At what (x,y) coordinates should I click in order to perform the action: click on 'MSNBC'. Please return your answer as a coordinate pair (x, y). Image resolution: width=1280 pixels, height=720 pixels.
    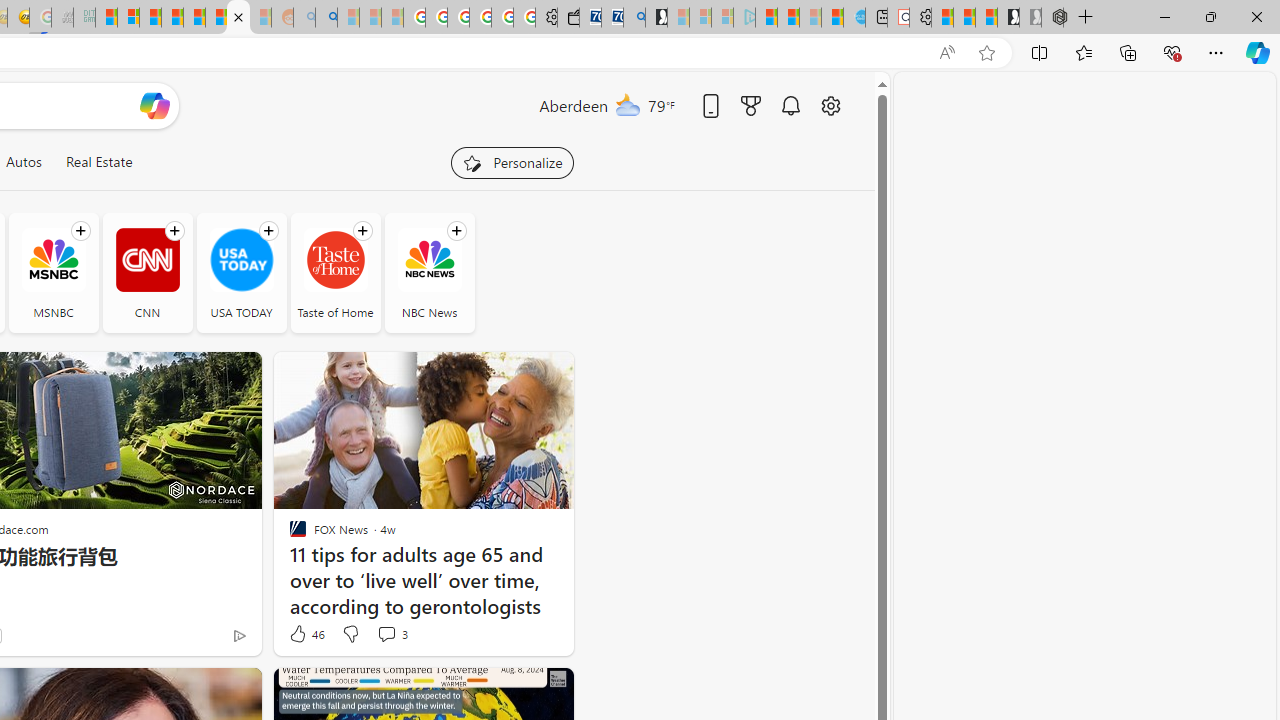
    Looking at the image, I should click on (53, 259).